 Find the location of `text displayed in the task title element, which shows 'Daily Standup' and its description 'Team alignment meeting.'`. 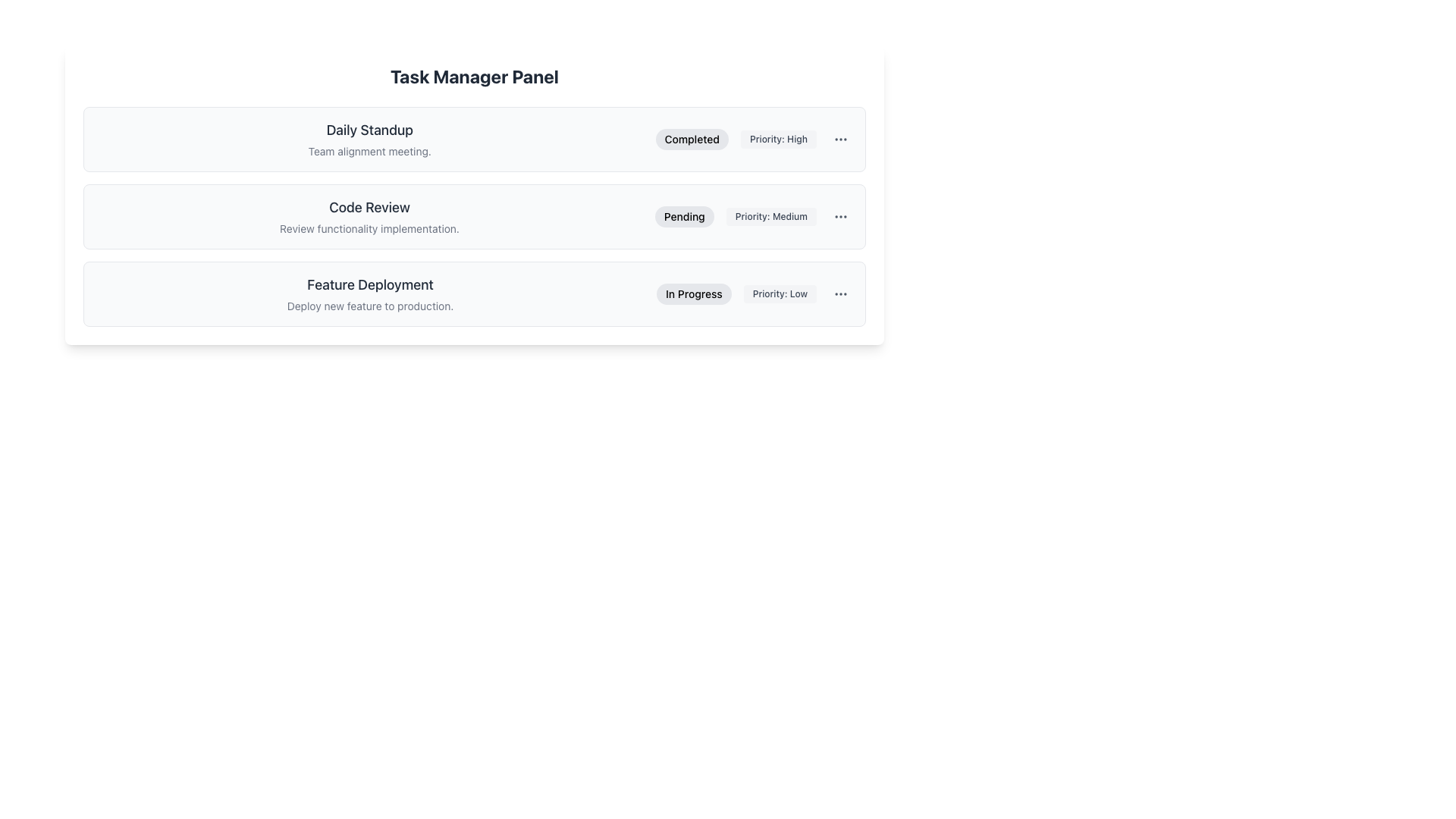

text displayed in the task title element, which shows 'Daily Standup' and its description 'Team alignment meeting.' is located at coordinates (369, 140).